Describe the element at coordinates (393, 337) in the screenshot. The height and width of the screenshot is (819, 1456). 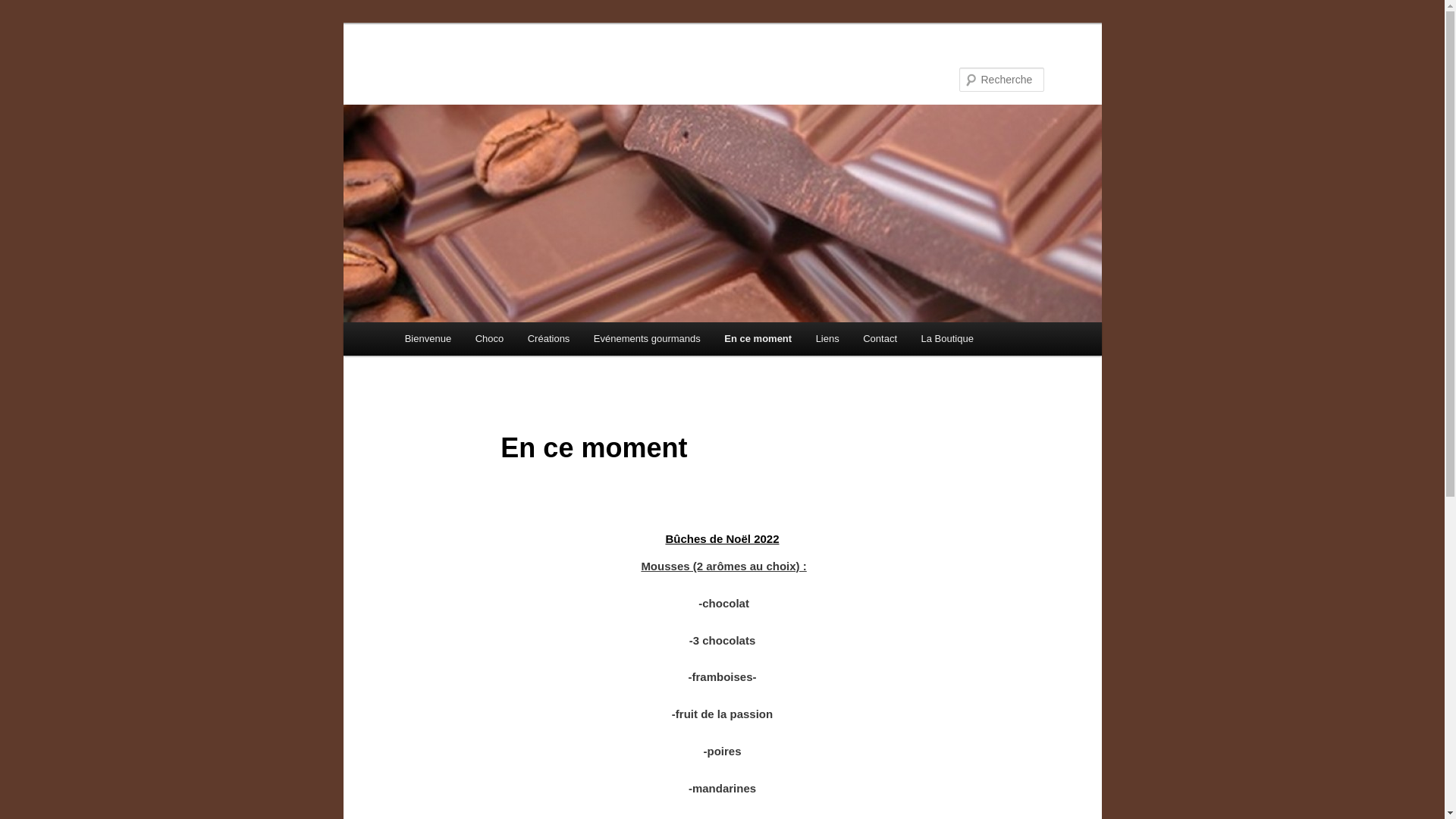
I see `'Bienvenue'` at that location.